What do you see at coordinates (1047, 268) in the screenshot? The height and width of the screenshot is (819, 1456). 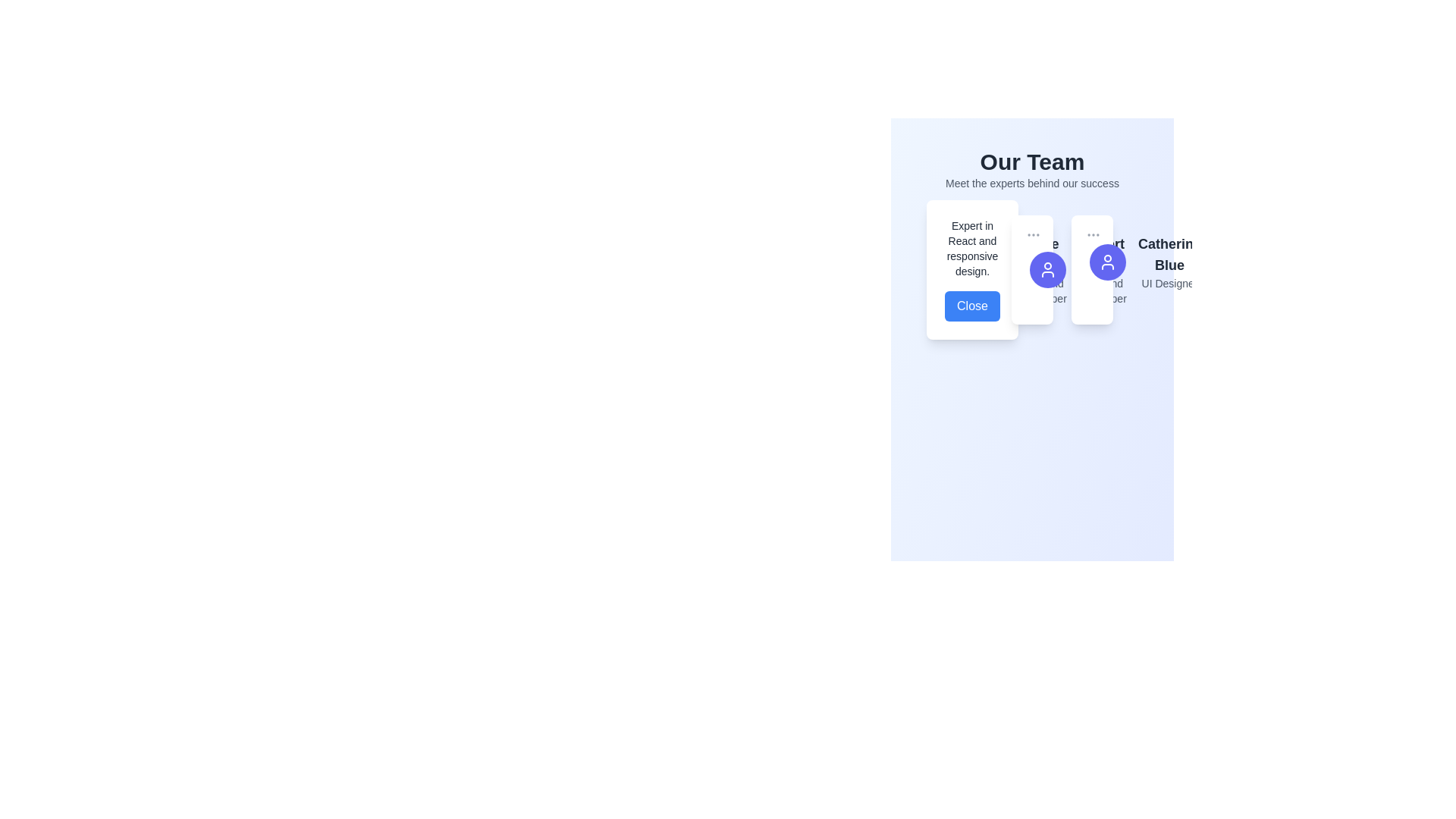 I see `the user profile icon inside the purple circular button` at bounding box center [1047, 268].